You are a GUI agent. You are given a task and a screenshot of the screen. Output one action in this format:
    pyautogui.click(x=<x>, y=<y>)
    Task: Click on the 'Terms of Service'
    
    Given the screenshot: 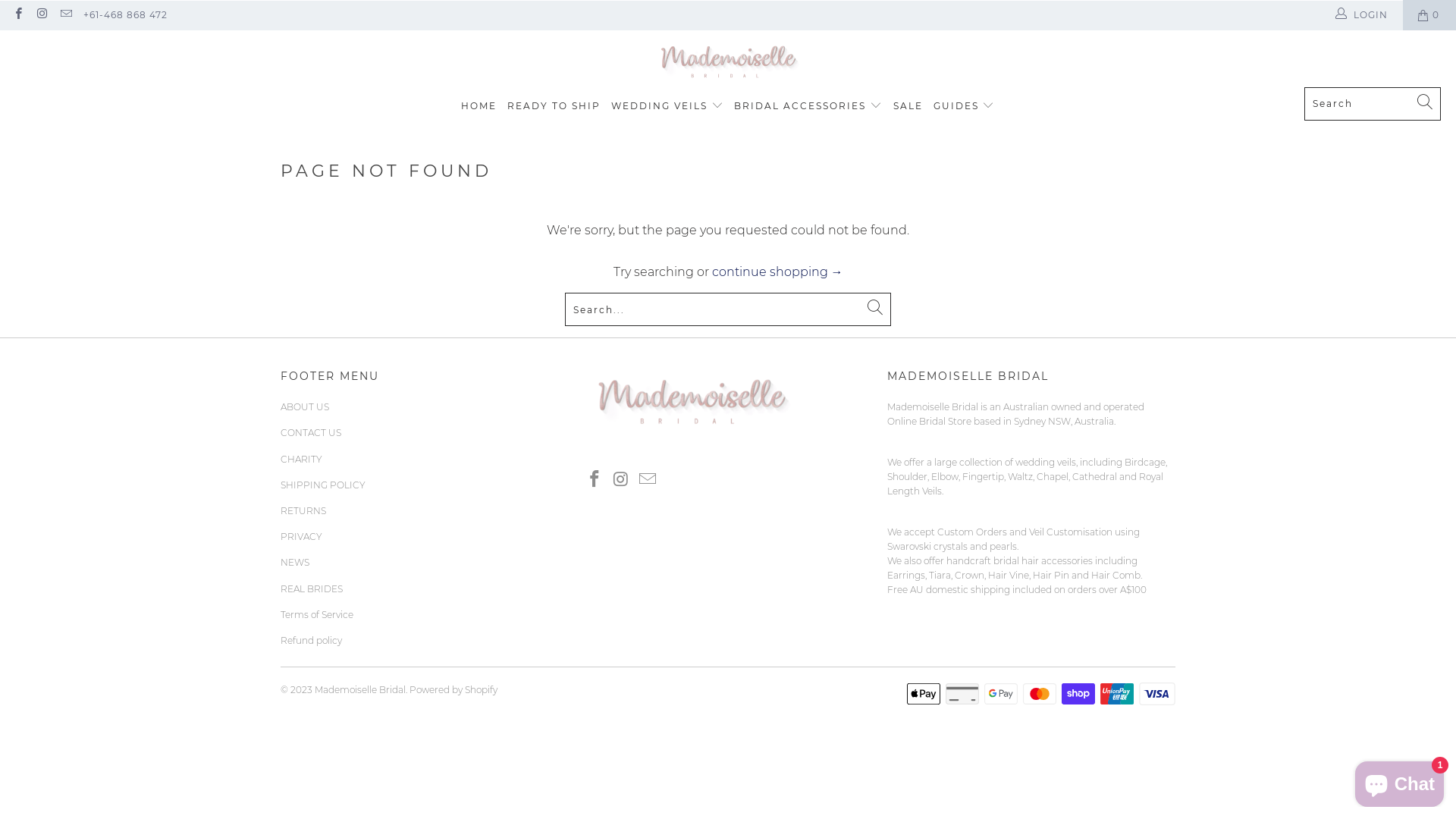 What is the action you would take?
    pyautogui.click(x=315, y=614)
    